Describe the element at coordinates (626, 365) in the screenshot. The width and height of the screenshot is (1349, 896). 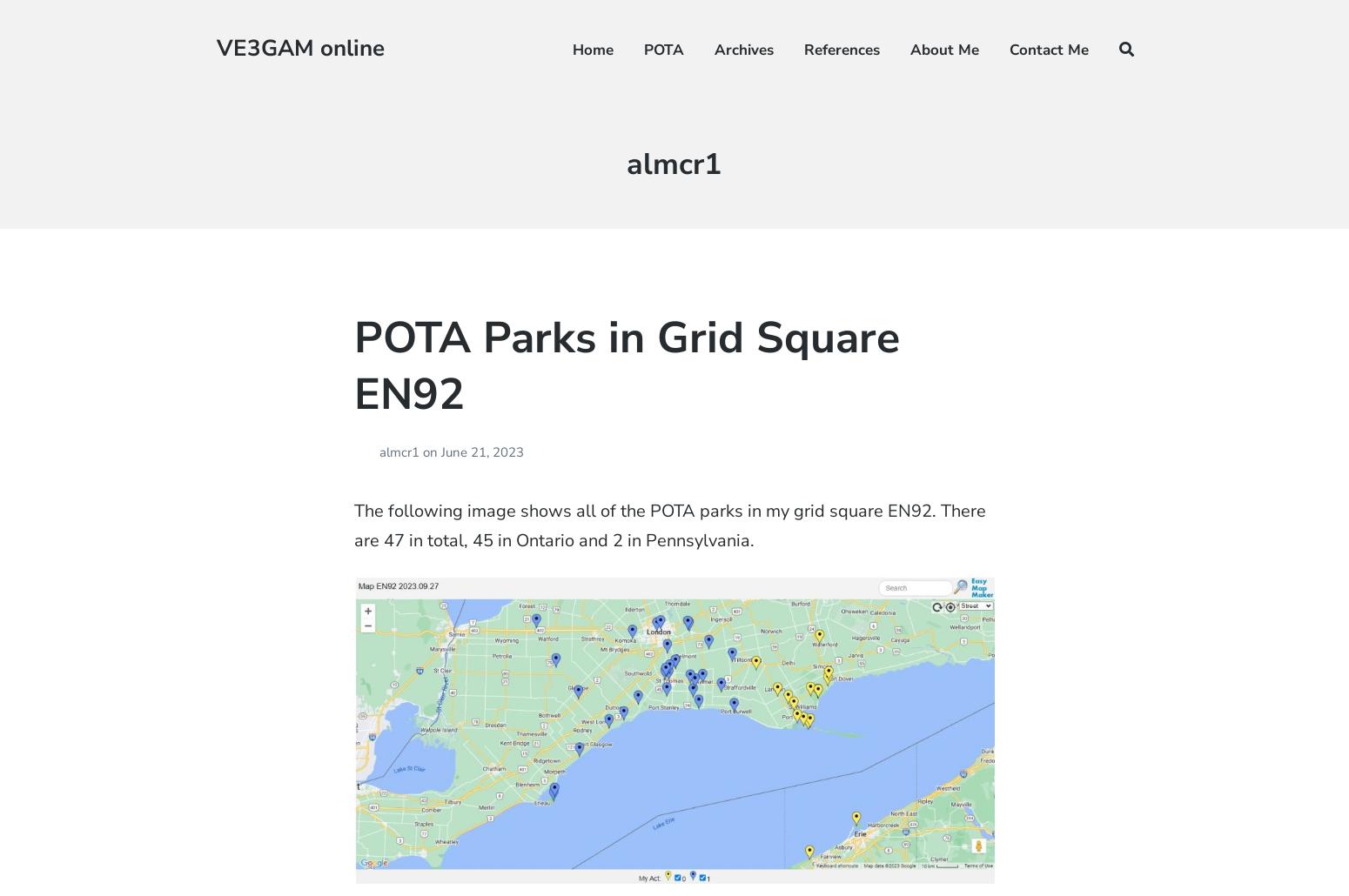
I see `'POTA Parks in Grid Square EN92'` at that location.